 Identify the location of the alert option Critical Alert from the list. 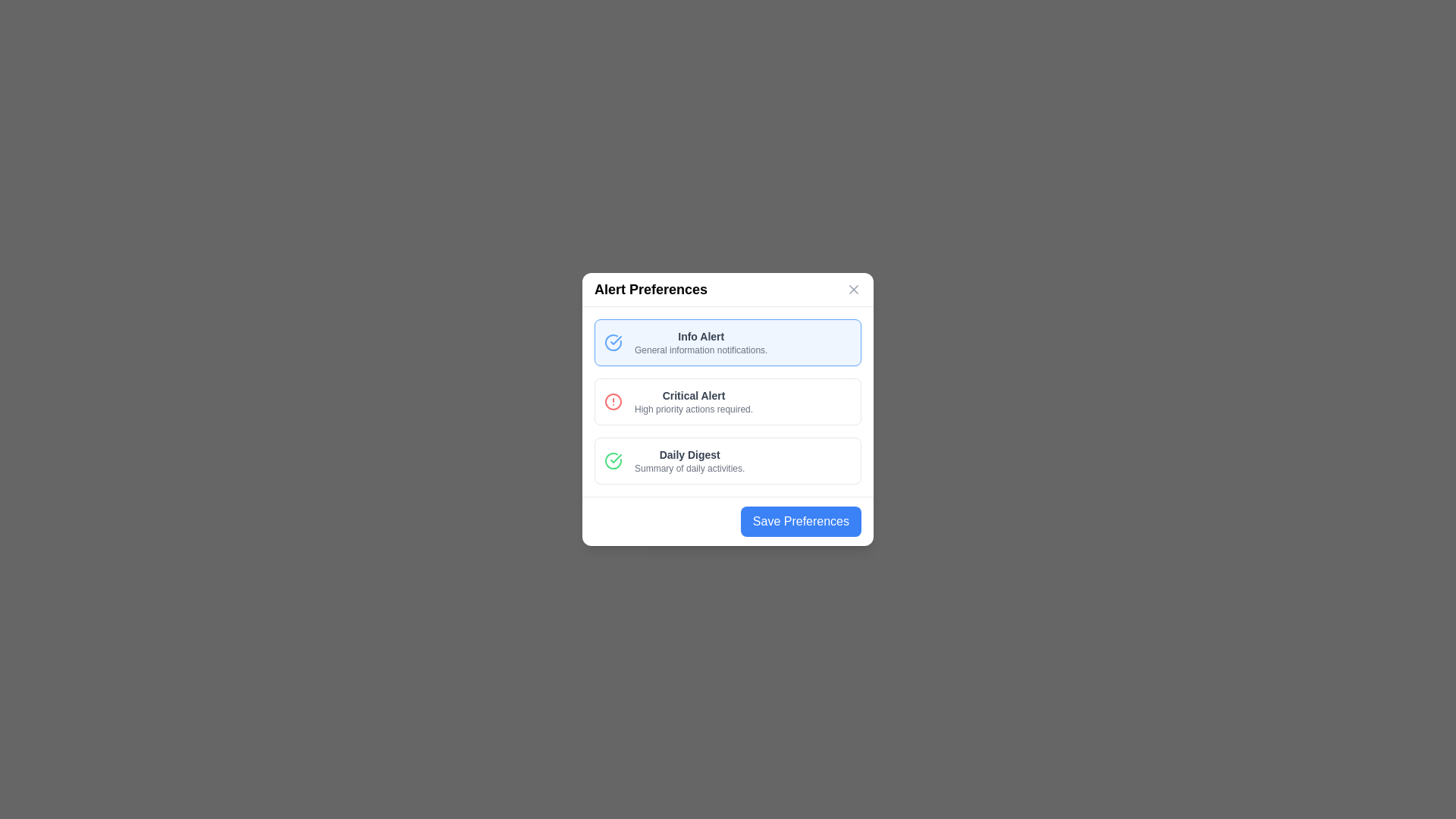
(728, 400).